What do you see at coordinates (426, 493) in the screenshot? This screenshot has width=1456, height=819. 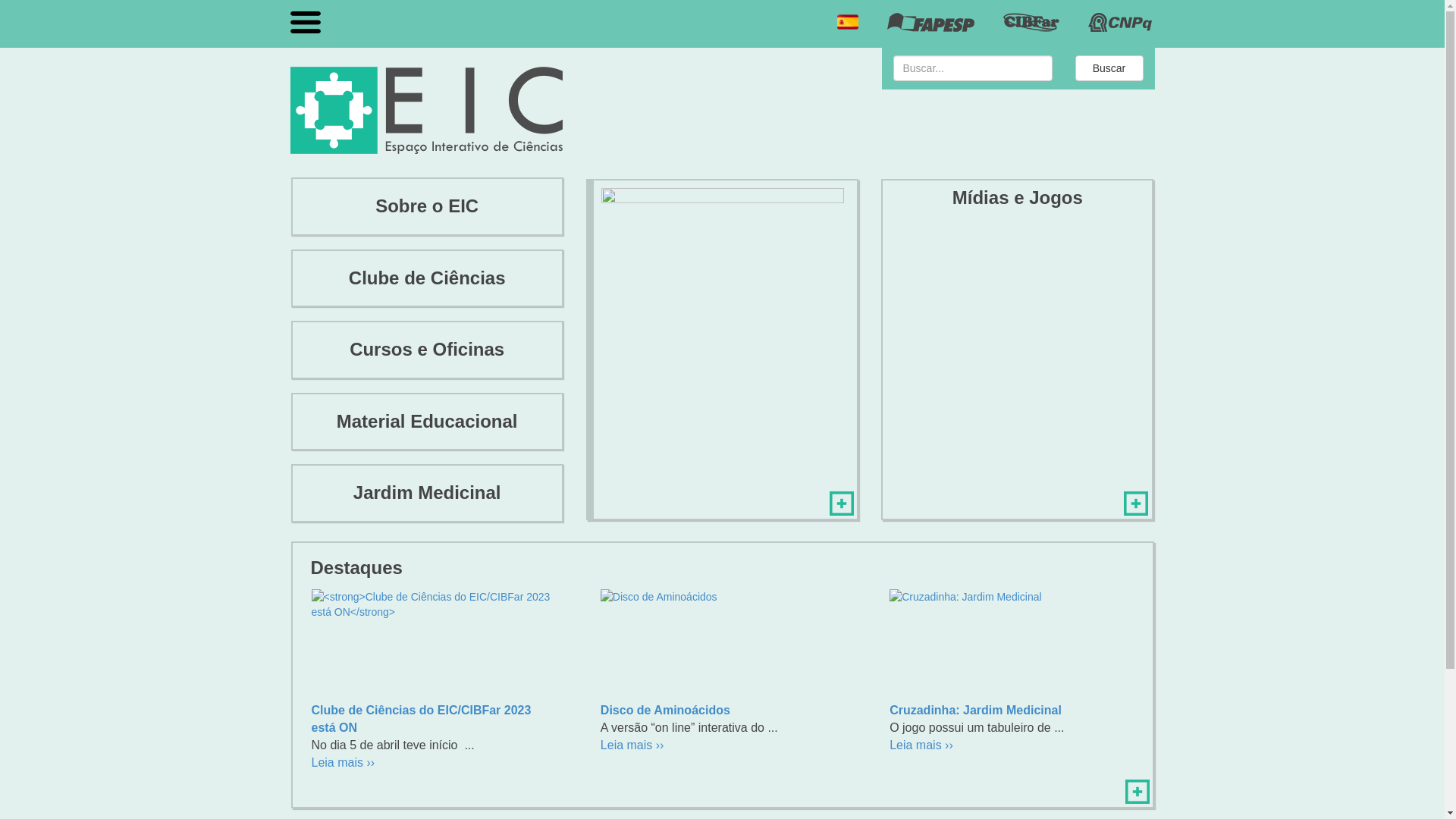 I see `'Jardim Medicinal'` at bounding box center [426, 493].